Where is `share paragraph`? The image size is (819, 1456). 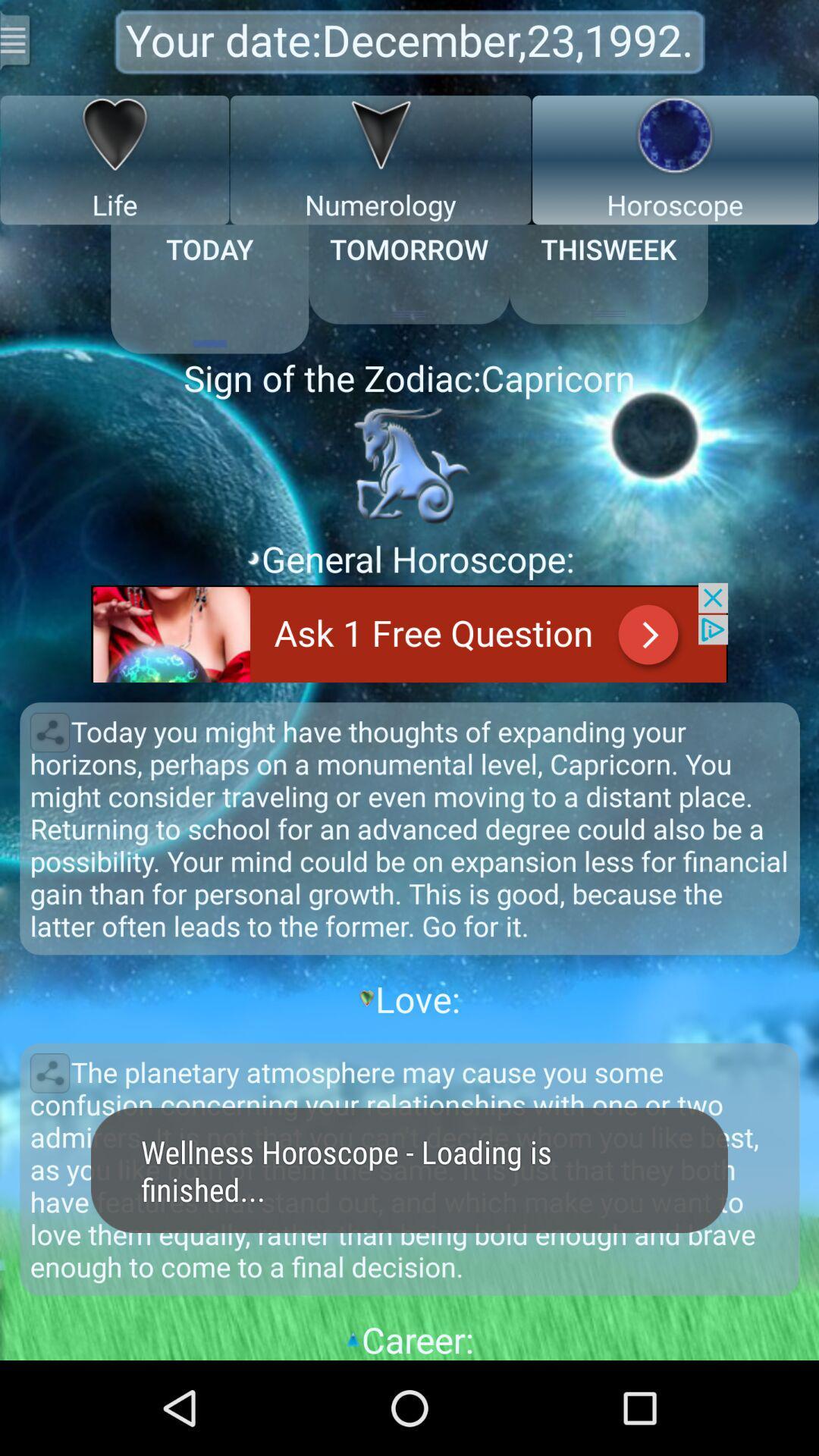
share paragraph is located at coordinates (49, 1072).